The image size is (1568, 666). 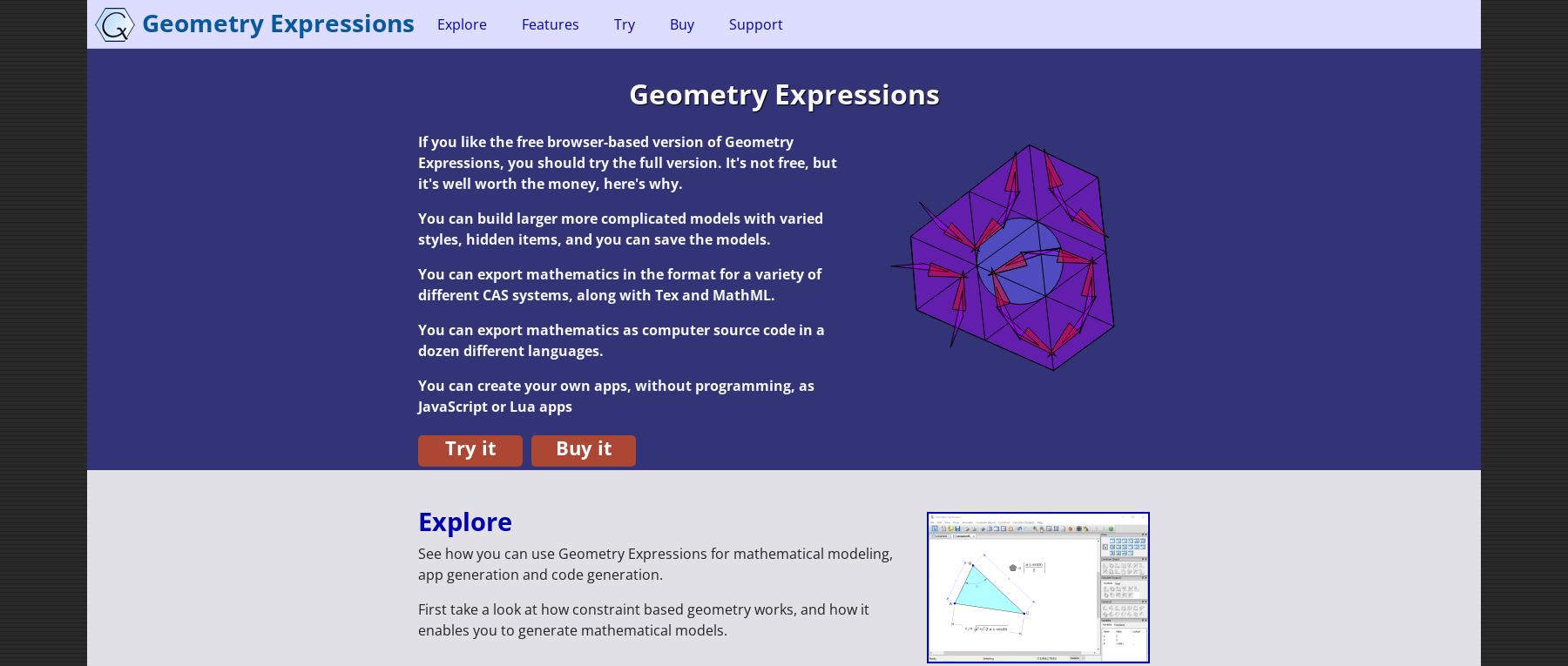 What do you see at coordinates (643, 617) in the screenshot?
I see `'First take a look at how constraint based geometry works, and how it enables you to generate mathematical models.'` at bounding box center [643, 617].